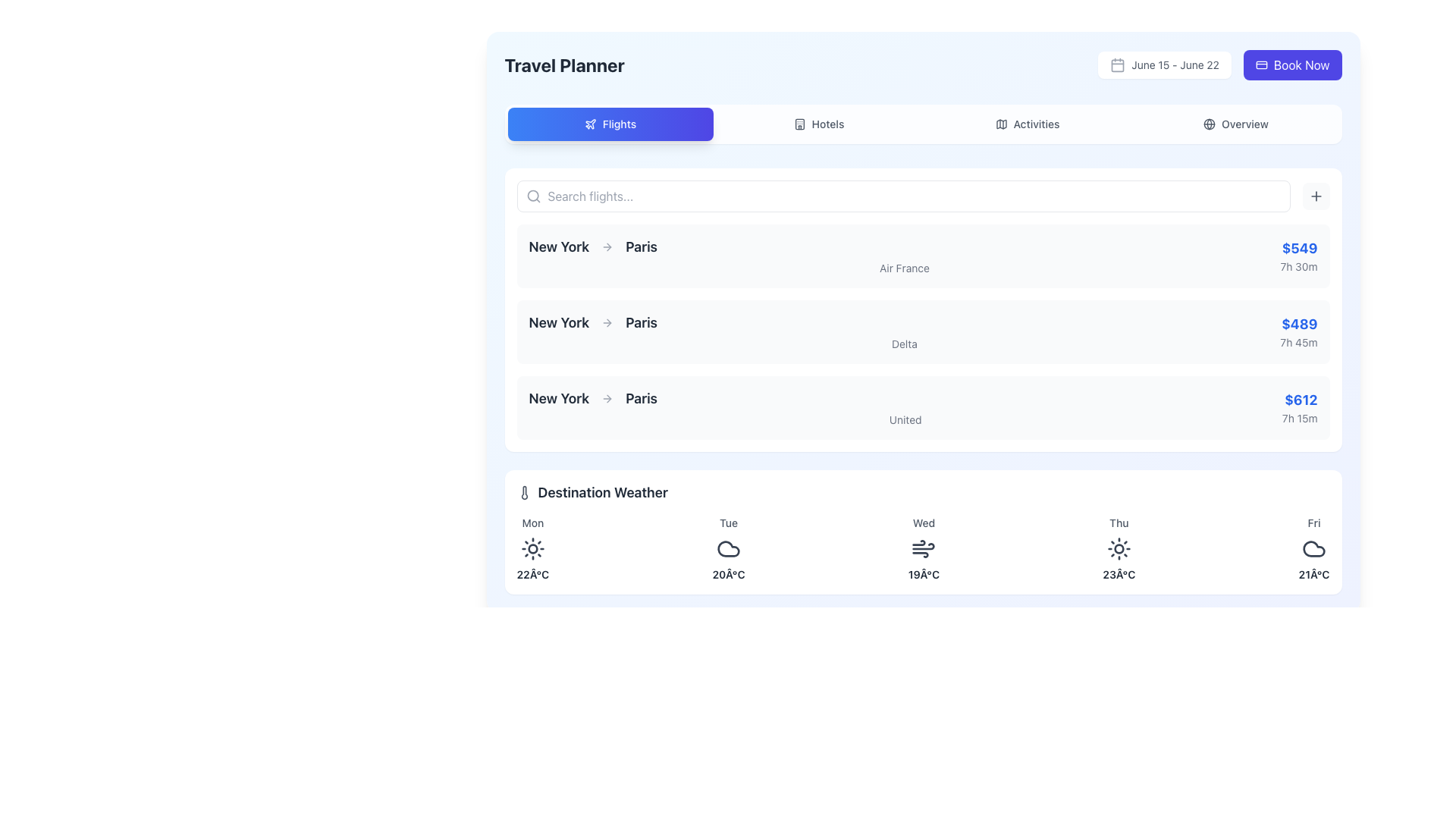 This screenshot has height=819, width=1456. What do you see at coordinates (1313, 549) in the screenshot?
I see `the cloud icon representing cloudy weather for Friday, located under the weather section adjacent to the temperature information of 21°C` at bounding box center [1313, 549].